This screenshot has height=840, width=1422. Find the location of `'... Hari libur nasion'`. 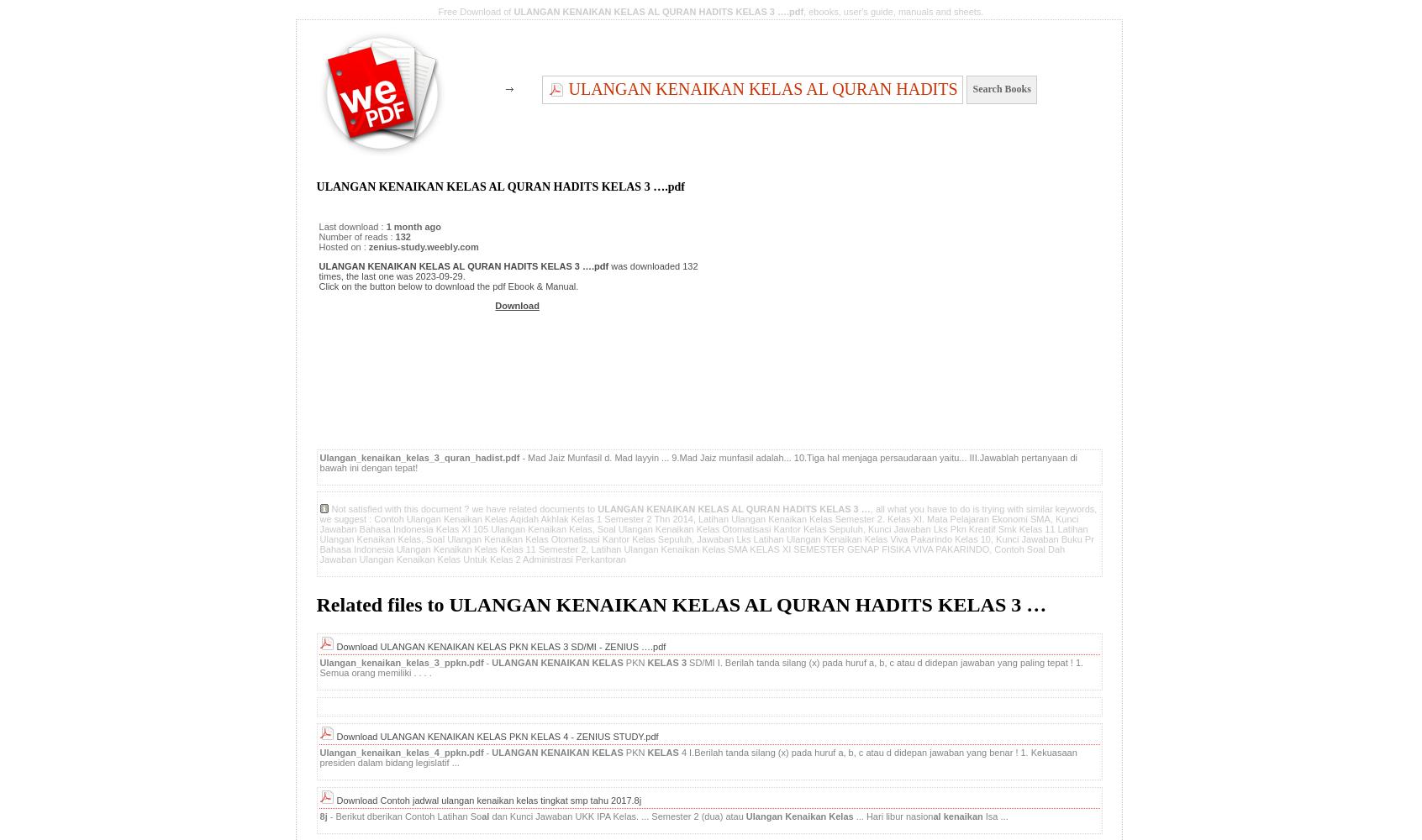

'... Hari libur nasion' is located at coordinates (893, 815).